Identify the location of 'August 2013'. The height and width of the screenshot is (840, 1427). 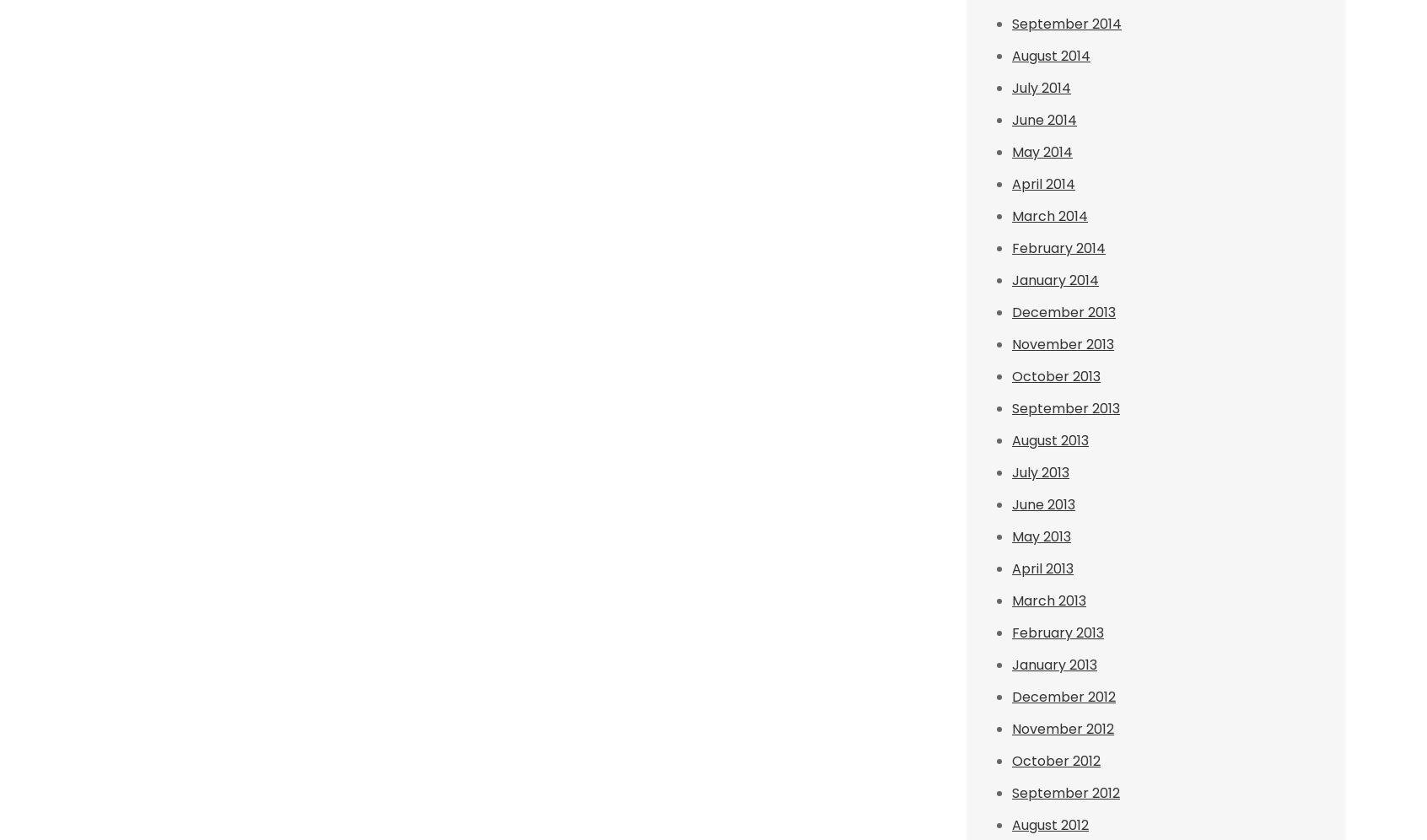
(1050, 440).